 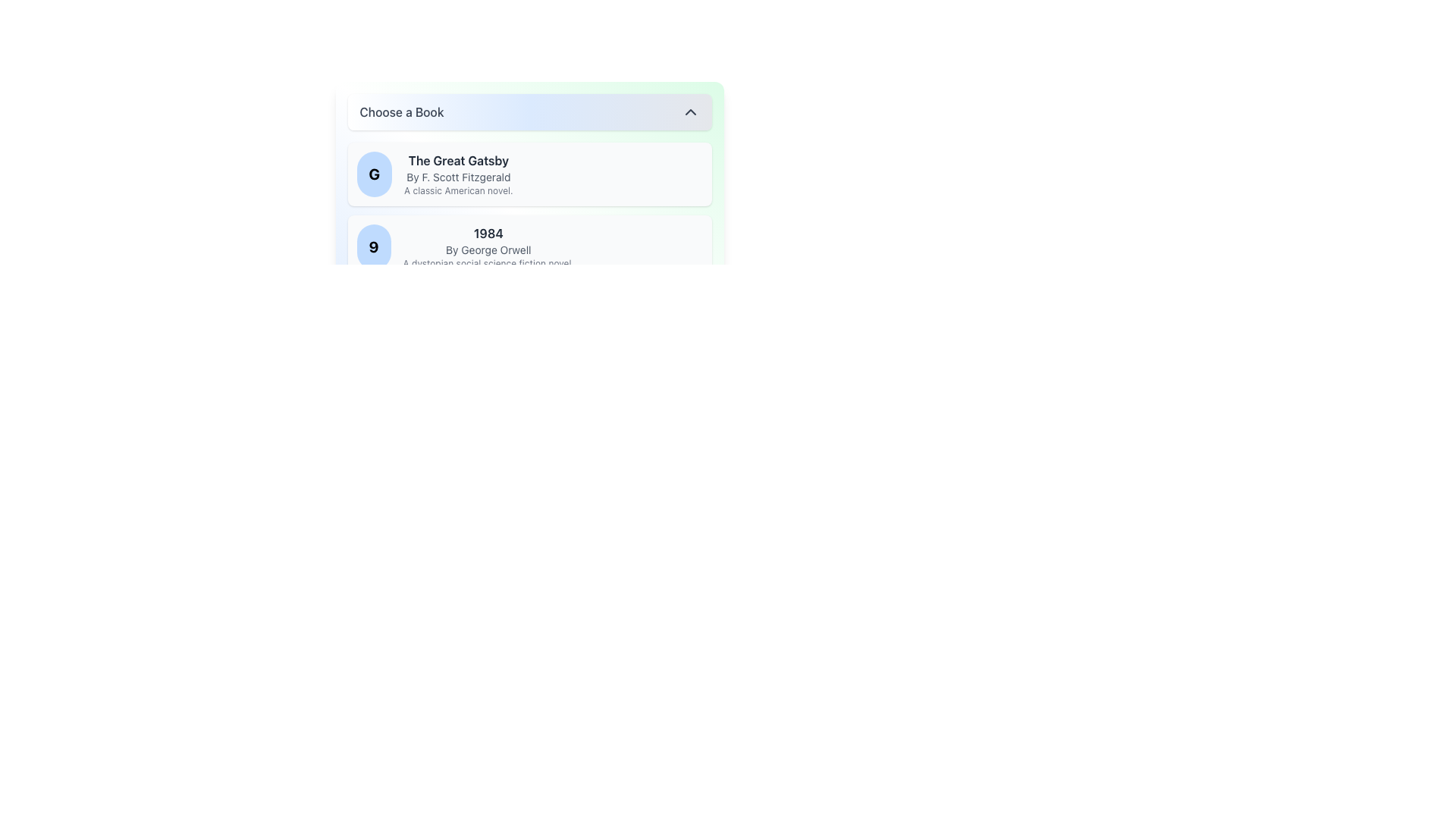 I want to click on the static text element that reads 'A classic American novel.' which is styled in gray color and positioned at the bottom of the card for 'The Great Gatsby', so click(x=457, y=190).